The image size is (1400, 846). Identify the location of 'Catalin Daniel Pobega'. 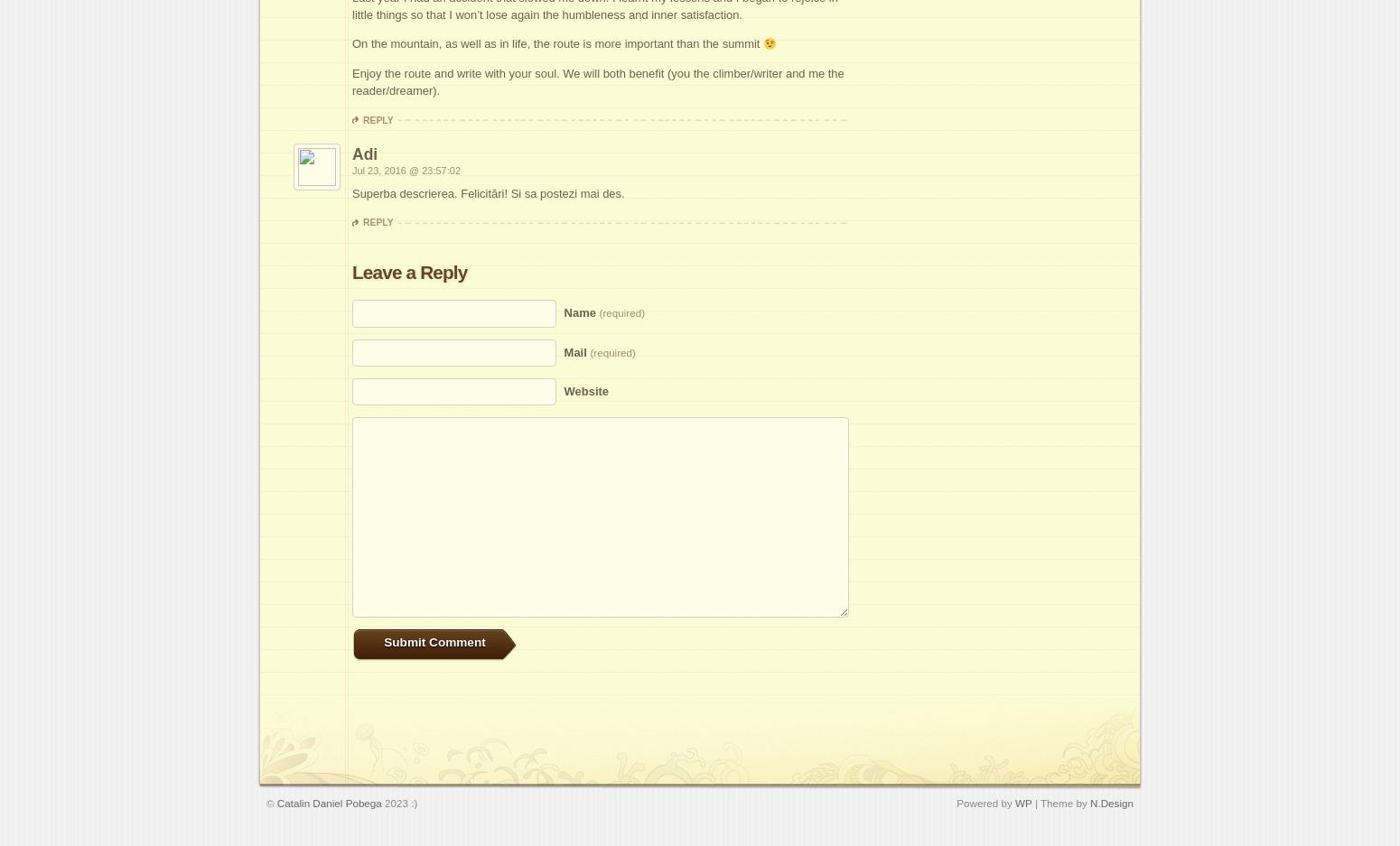
(327, 801).